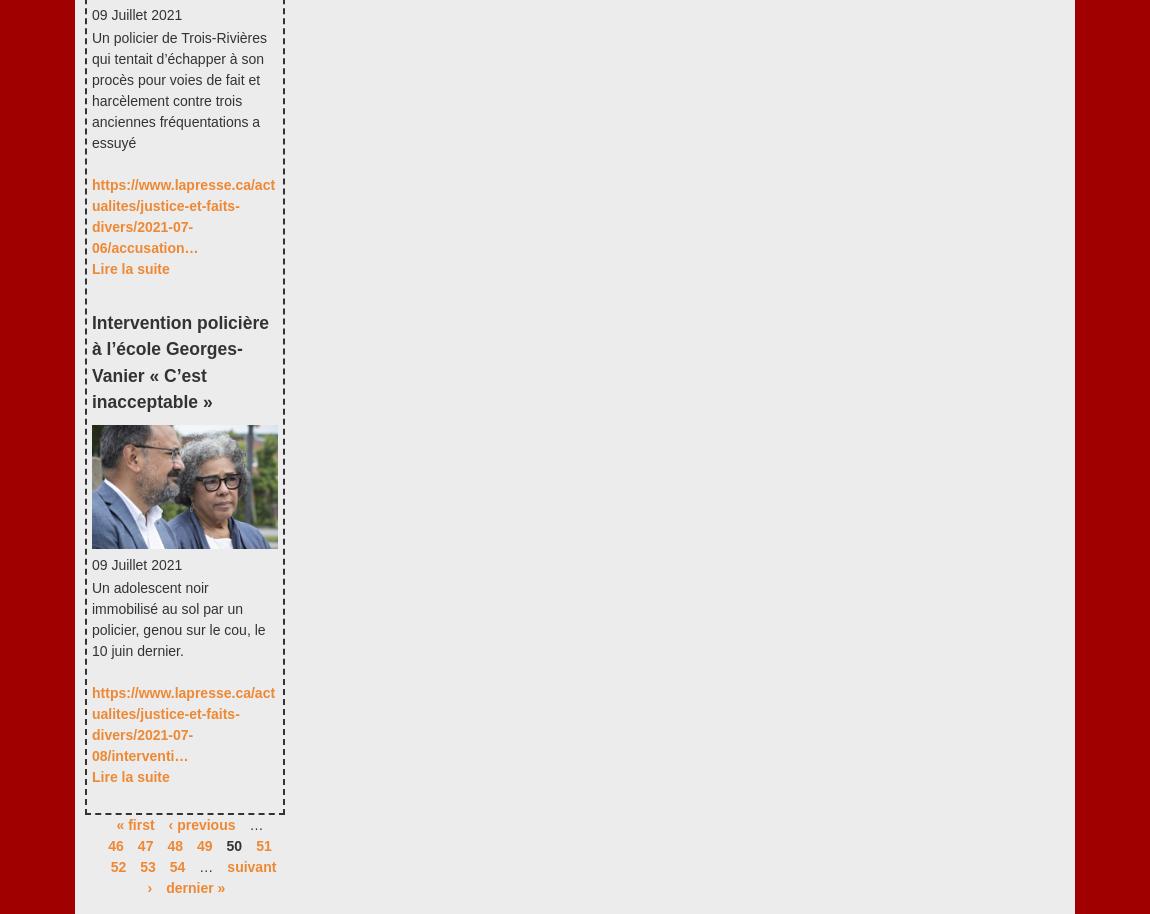  I want to click on 'Intervention policière à l’école Georges-Vanier « C’est inacceptable »', so click(178, 361).